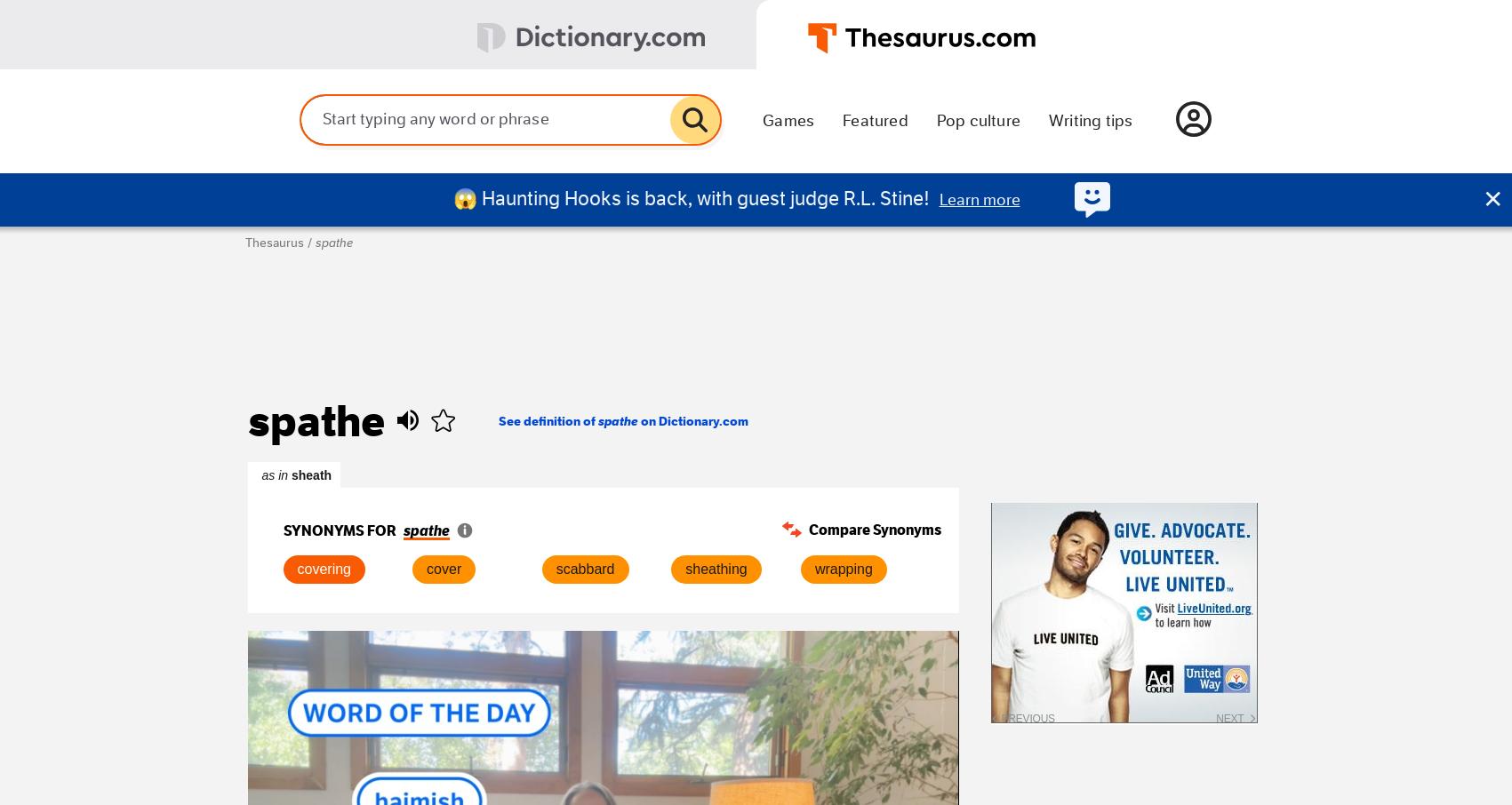 This screenshot has height=805, width=1512. What do you see at coordinates (444, 567) in the screenshot?
I see `'cover'` at bounding box center [444, 567].